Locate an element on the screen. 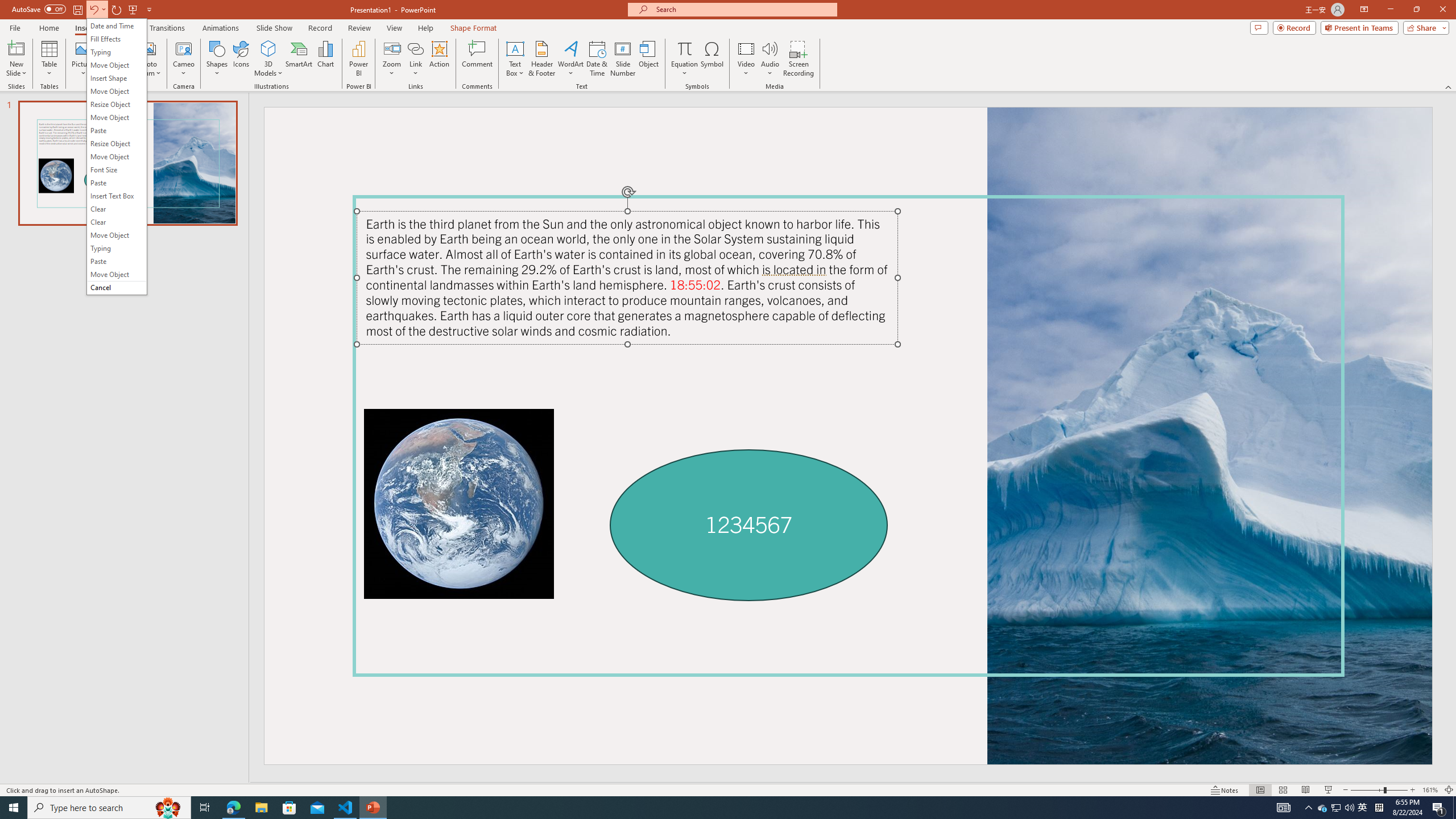 This screenshot has height=819, width=1456. '3D Models' is located at coordinates (268, 59).